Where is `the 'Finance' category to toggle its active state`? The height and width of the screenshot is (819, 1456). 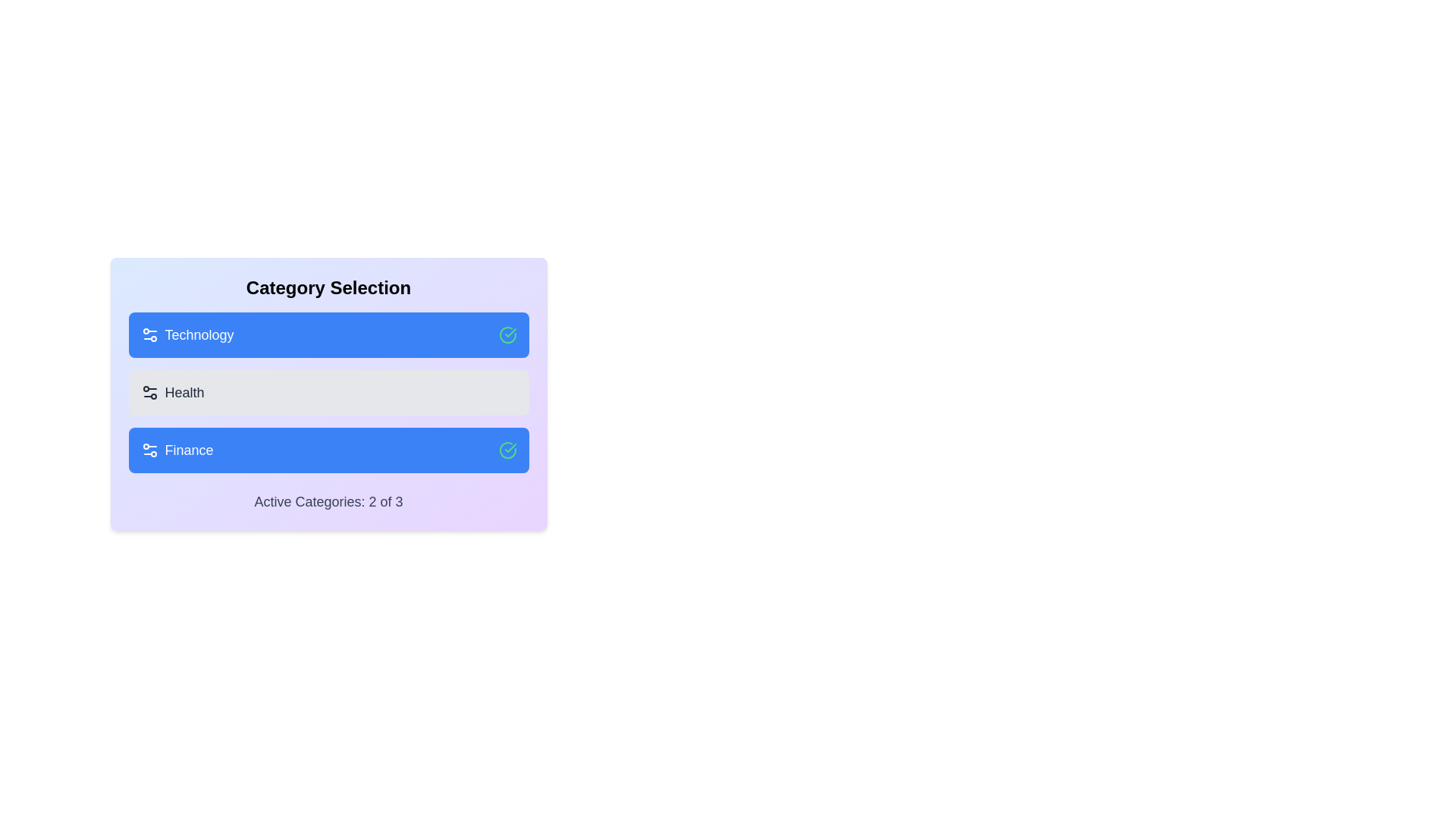
the 'Finance' category to toggle its active state is located at coordinates (328, 450).